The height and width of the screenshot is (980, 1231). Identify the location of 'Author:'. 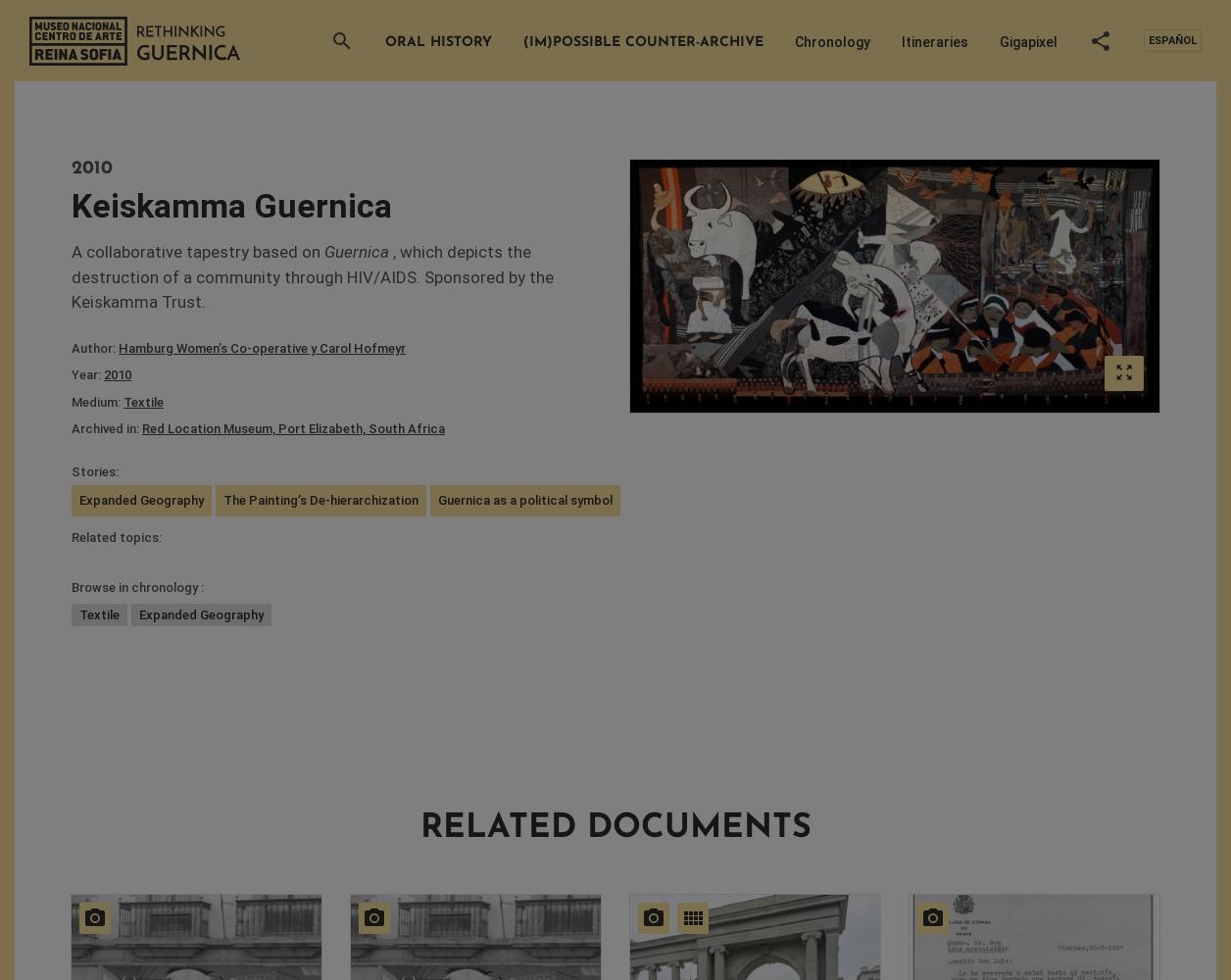
(94, 346).